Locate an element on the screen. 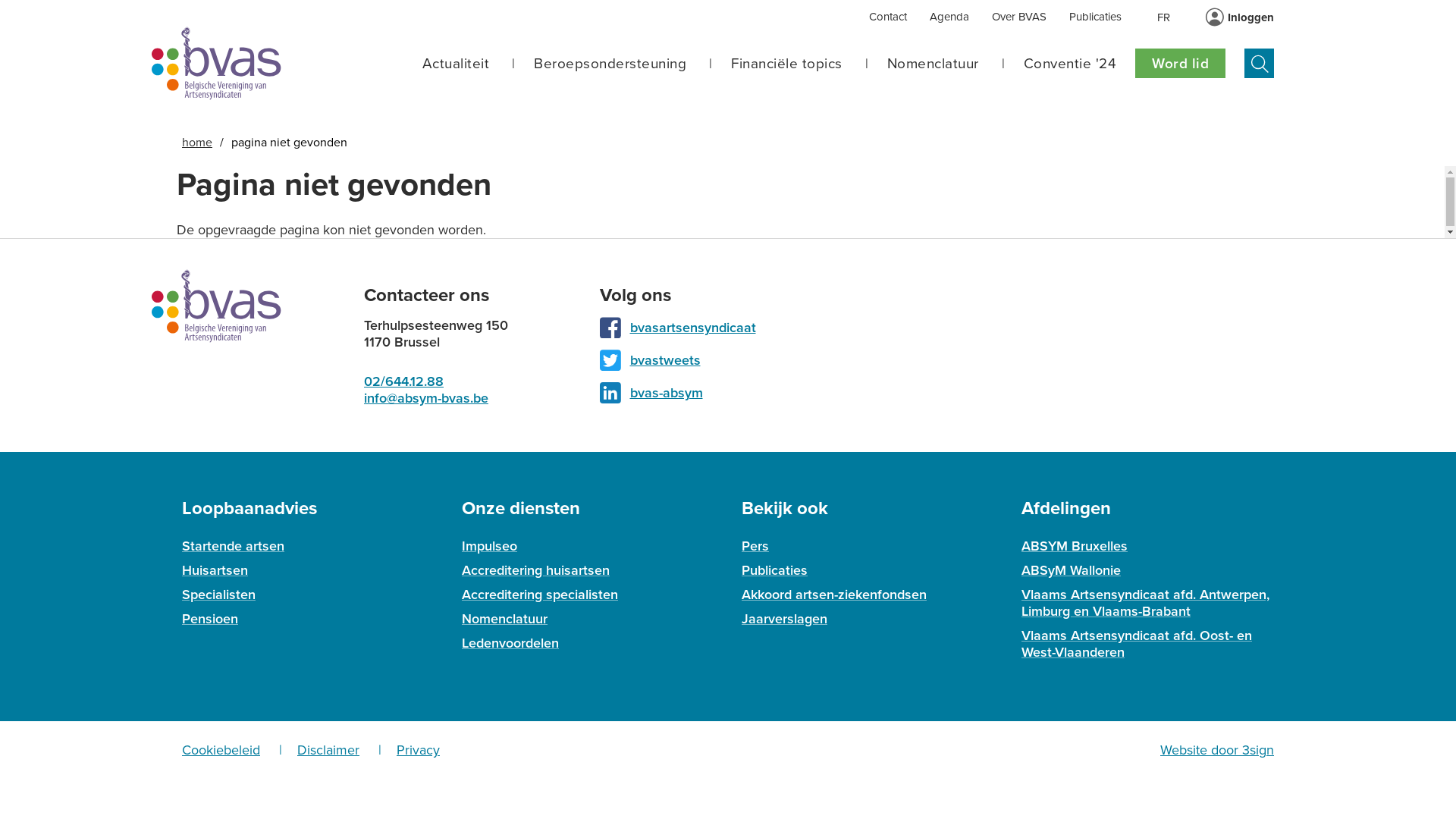 This screenshot has height=819, width=1456. 'Accreditering specialisten' is located at coordinates (539, 593).